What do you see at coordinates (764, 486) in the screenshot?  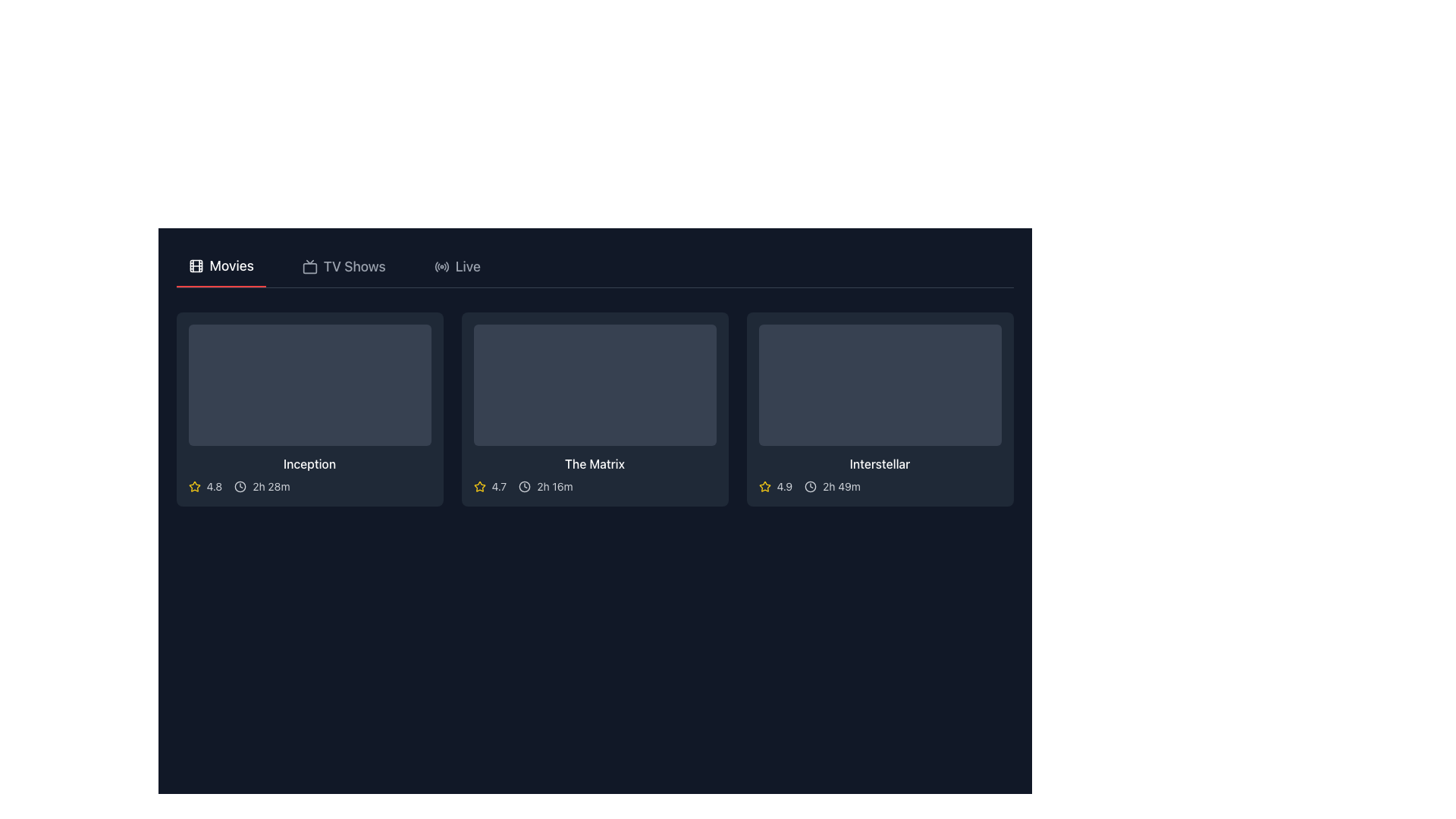 I see `the rating icon for the movie 'Interstellar', which visually indicates a rating and is part of a group displaying information about the movie` at bounding box center [764, 486].